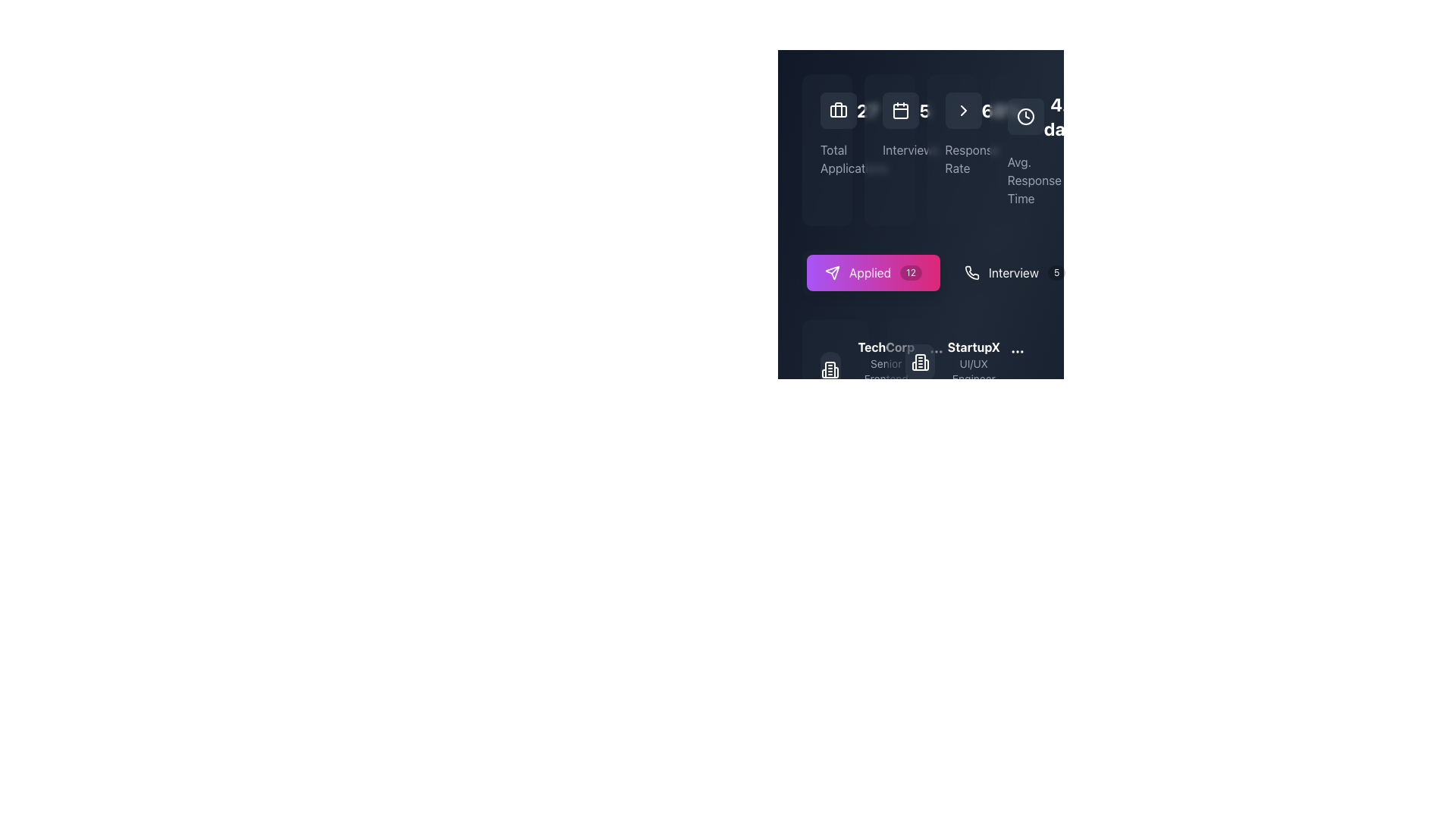 The width and height of the screenshot is (1456, 819). Describe the element at coordinates (830, 370) in the screenshot. I see `the Icon component representing a building in the top-right region of the application's interface, which is part of an SVG-based building representation` at that location.